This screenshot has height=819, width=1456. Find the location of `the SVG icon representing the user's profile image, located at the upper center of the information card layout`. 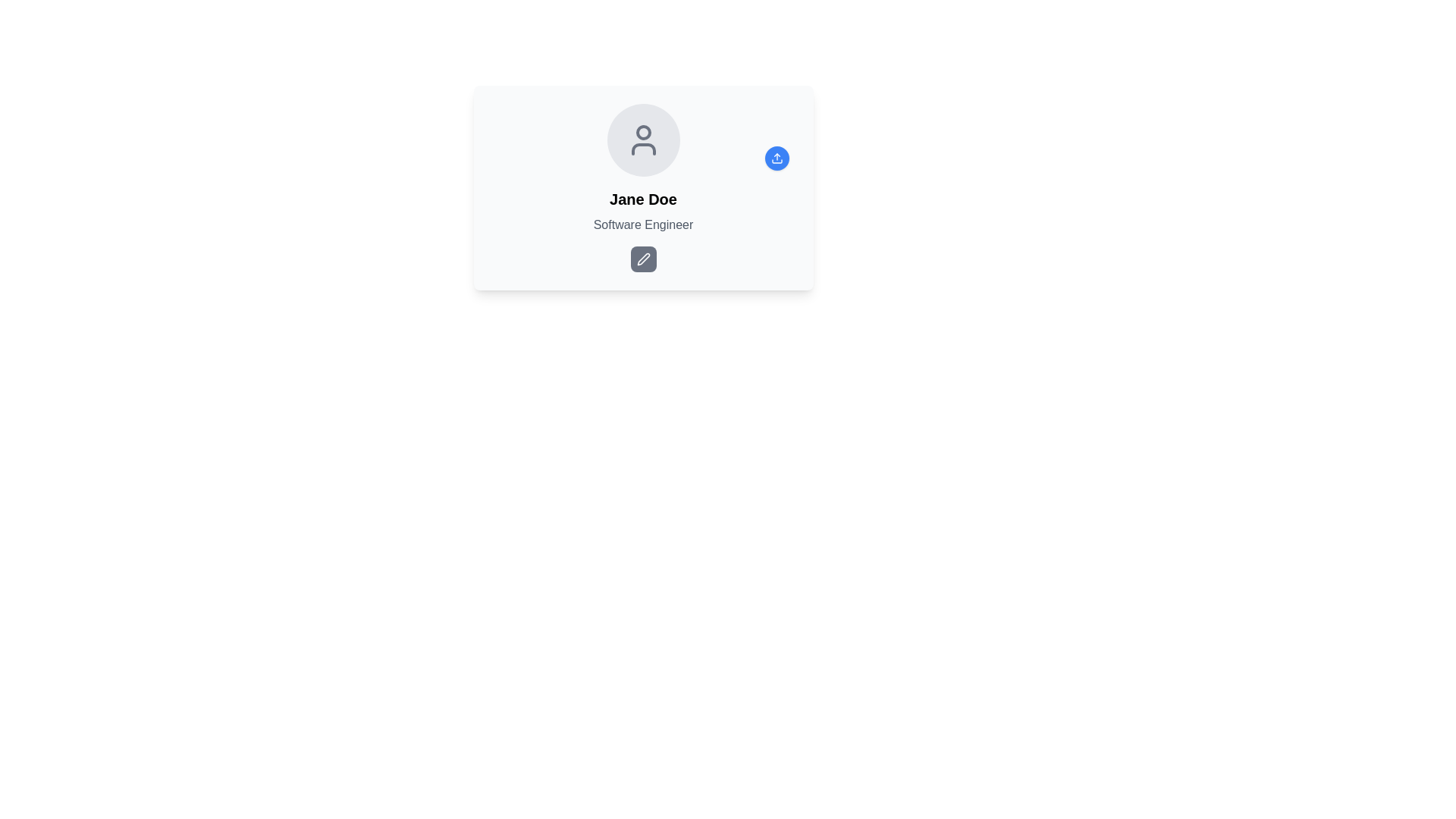

the SVG icon representing the user's profile image, located at the upper center of the information card layout is located at coordinates (643, 140).